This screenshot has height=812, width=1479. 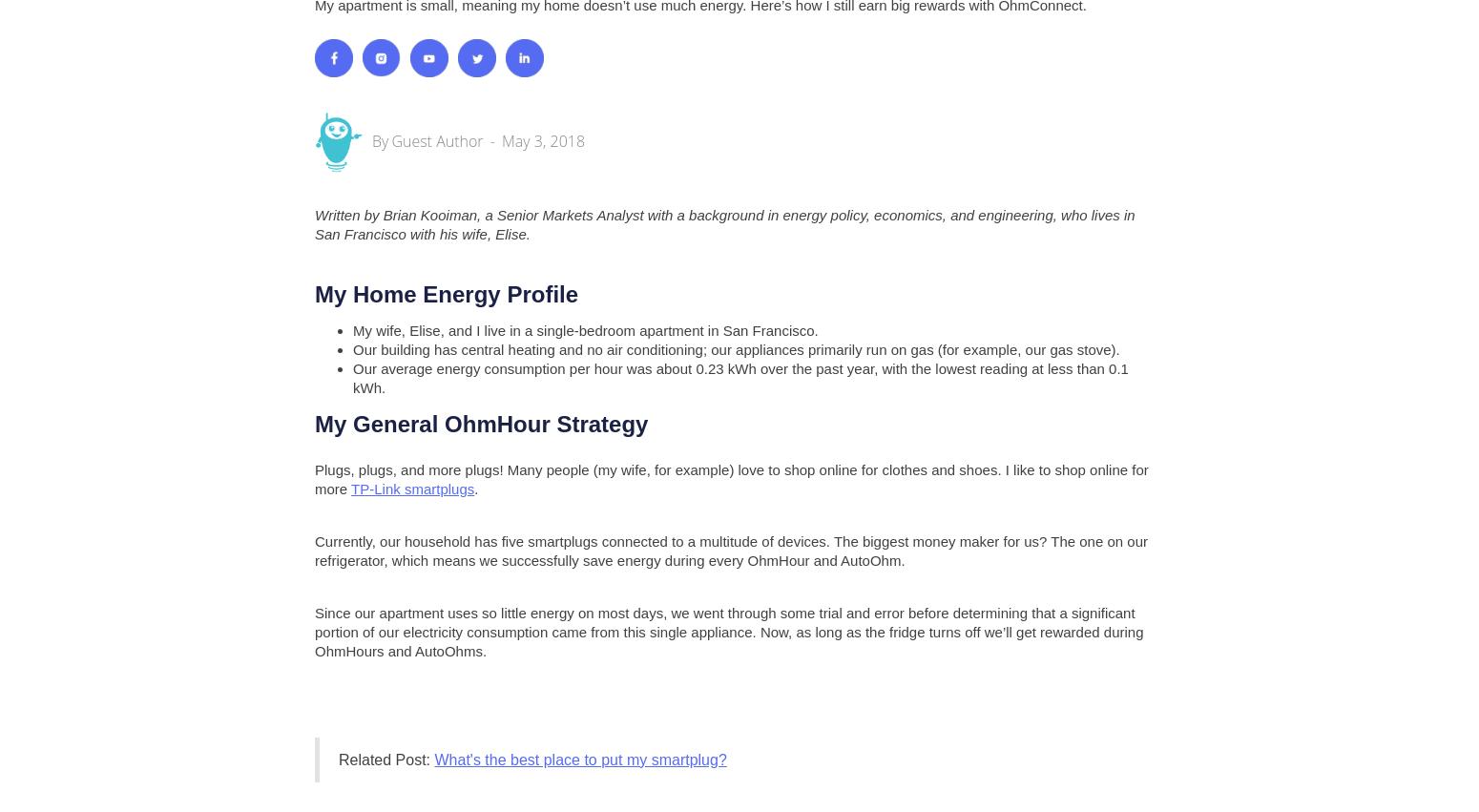 I want to click on 'Our building has central heating and no air conditioning; our appliances primarily run on gas (for example, our gas stove).', so click(x=351, y=348).